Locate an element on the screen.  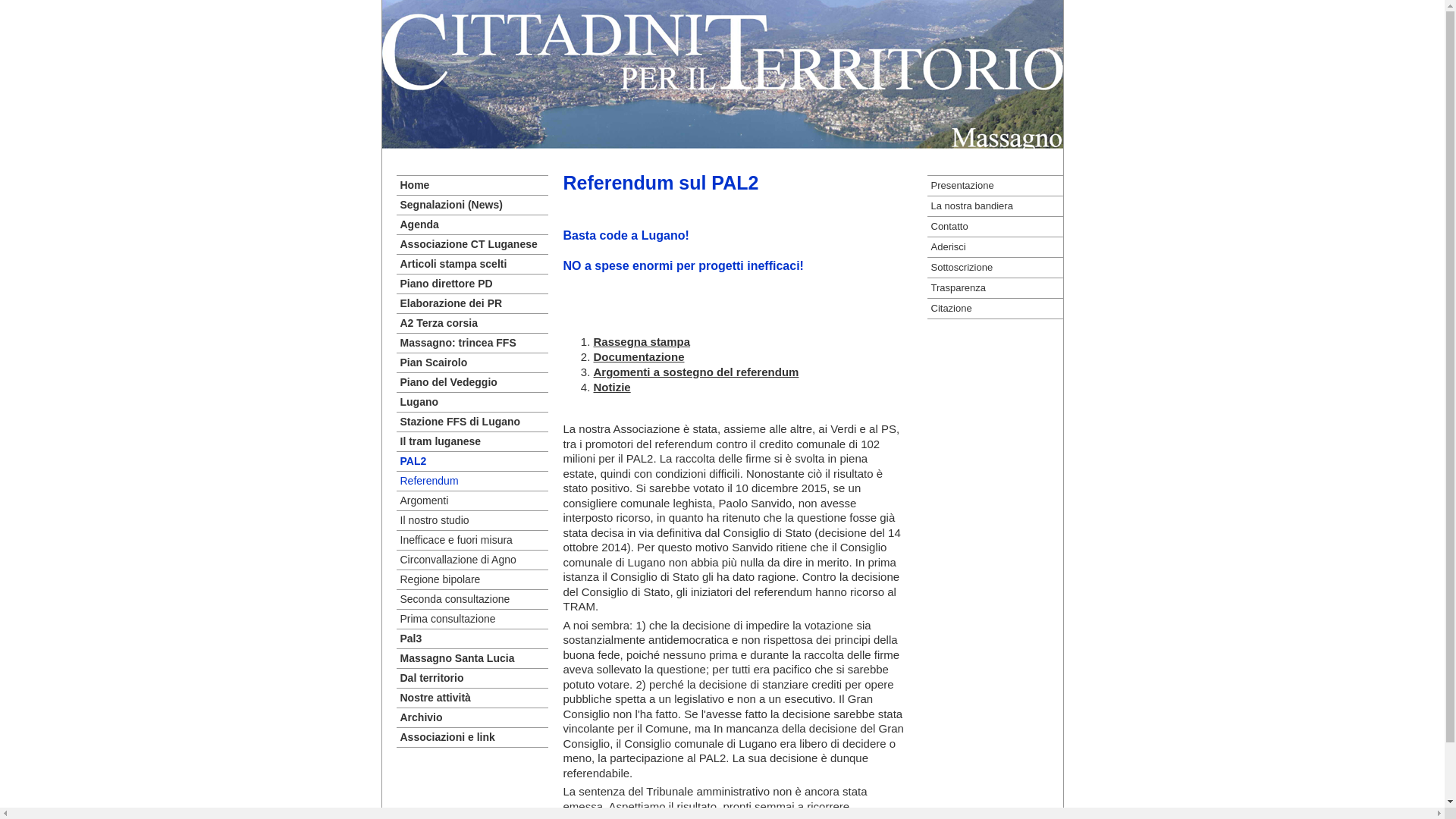
'Aderisci' is located at coordinates (994, 246).